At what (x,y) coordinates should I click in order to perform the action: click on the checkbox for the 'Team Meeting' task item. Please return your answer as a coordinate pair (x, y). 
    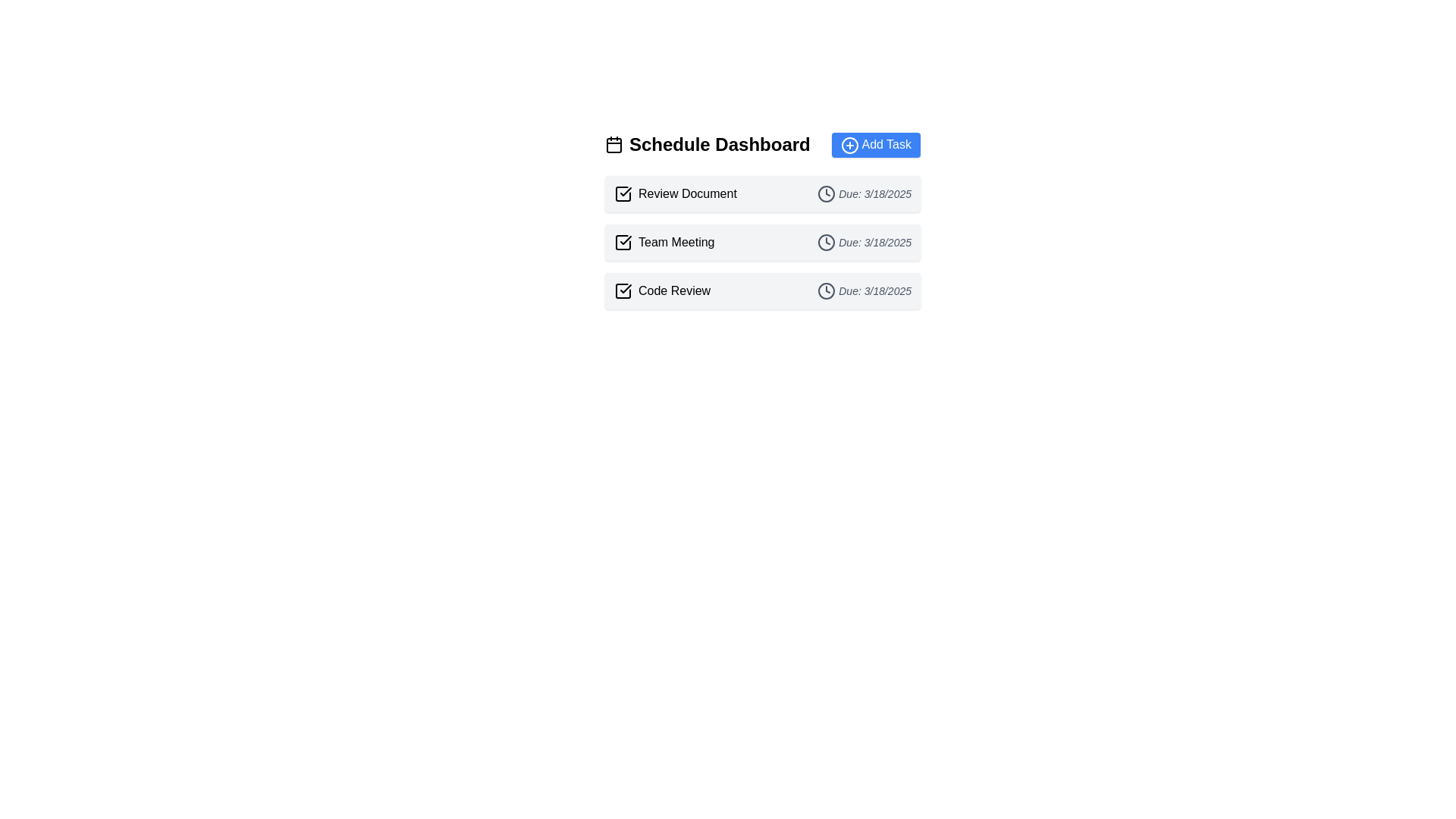
    Looking at the image, I should click on (664, 241).